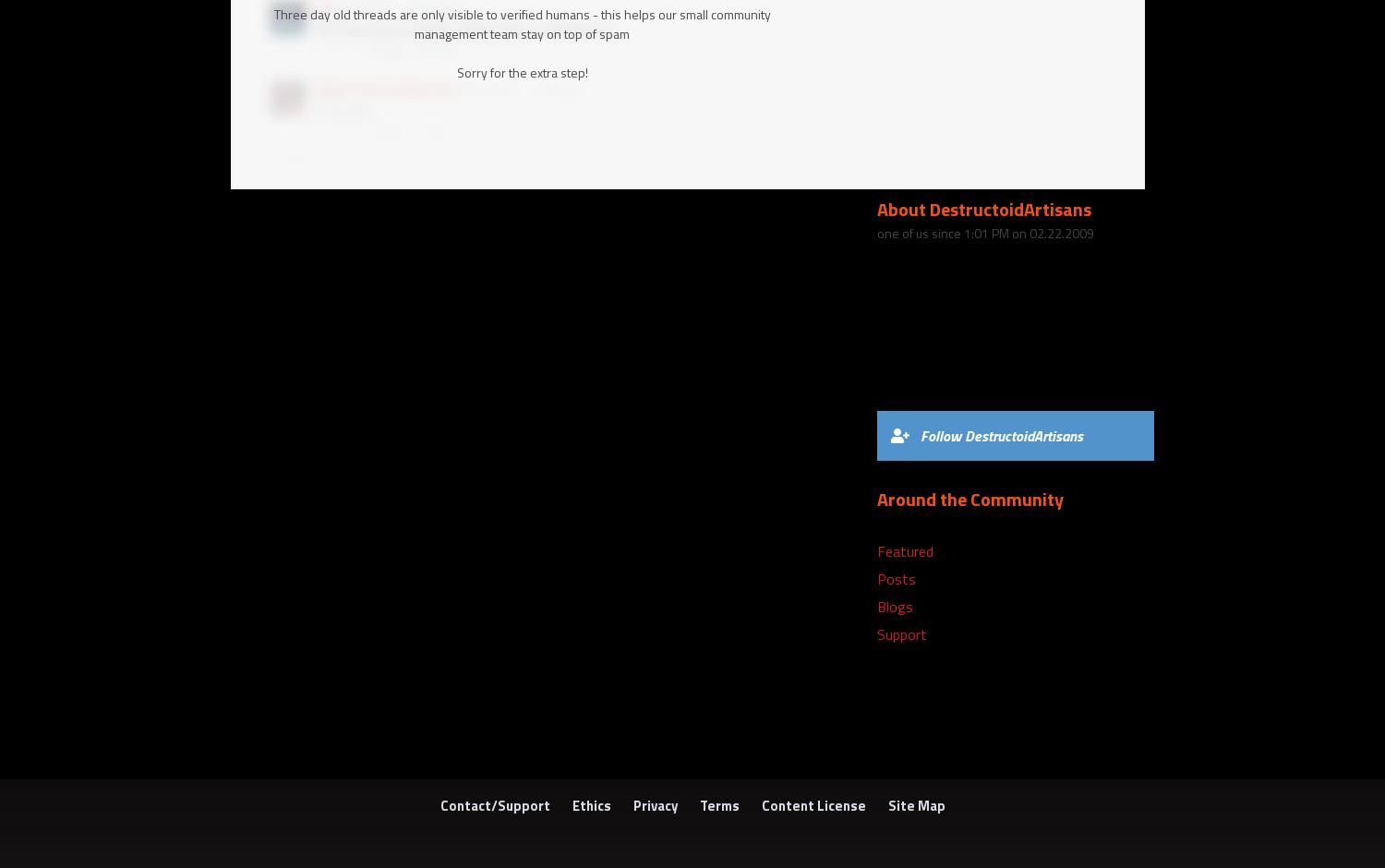  What do you see at coordinates (894, 606) in the screenshot?
I see `'Blogs'` at bounding box center [894, 606].